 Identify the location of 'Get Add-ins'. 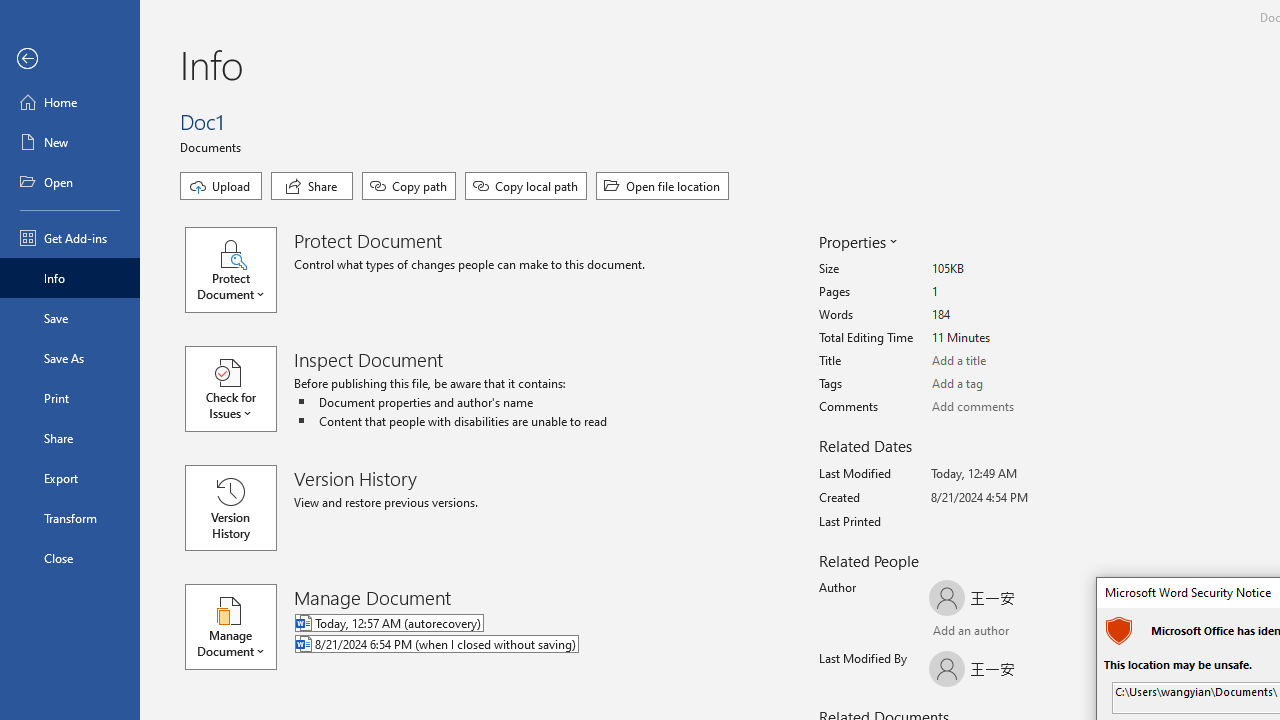
(69, 236).